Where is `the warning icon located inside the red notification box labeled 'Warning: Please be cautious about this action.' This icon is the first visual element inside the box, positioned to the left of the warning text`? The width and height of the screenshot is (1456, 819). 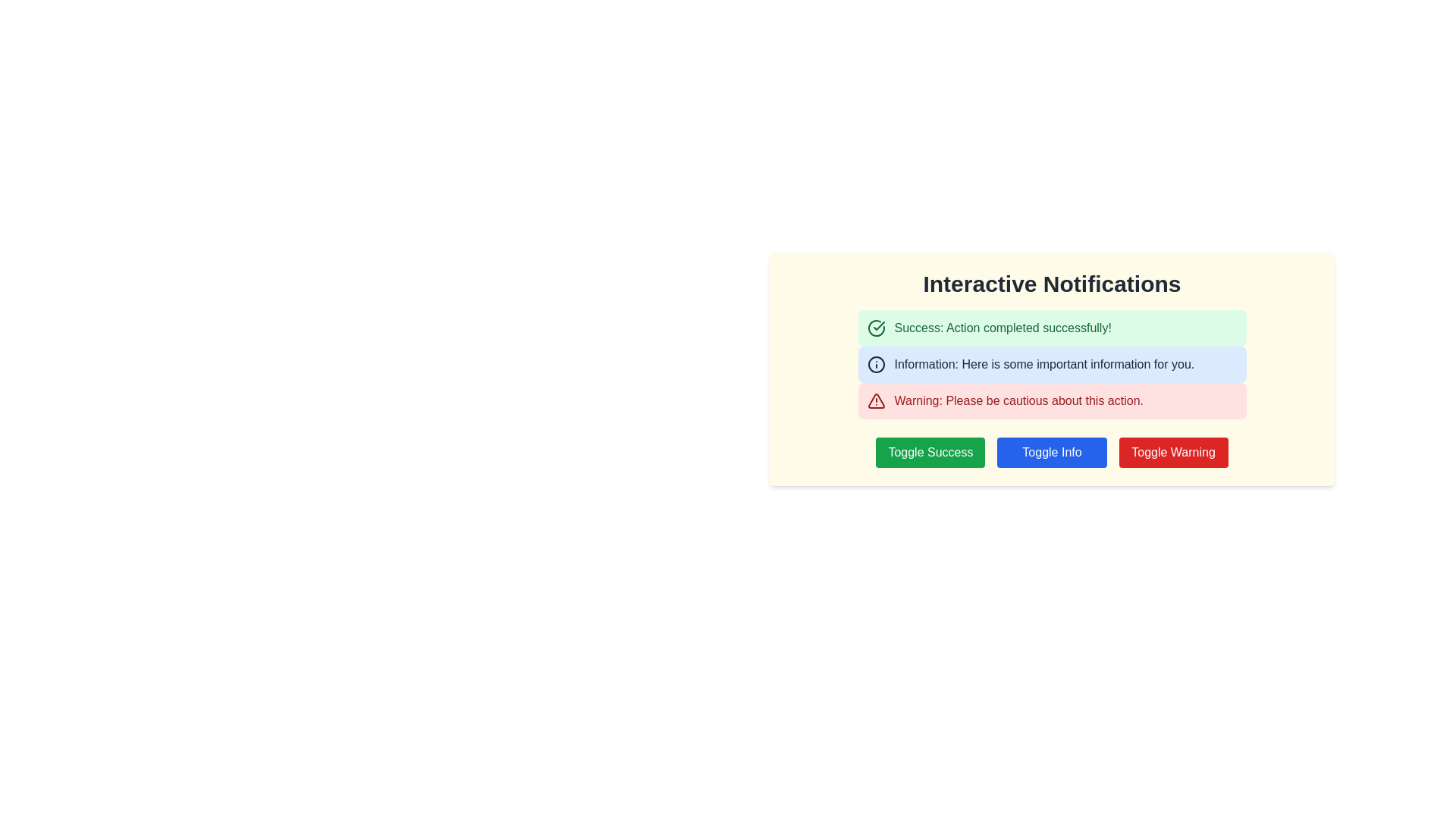
the warning icon located inside the red notification box labeled 'Warning: Please be cautious about this action.' This icon is the first visual element inside the box, positioned to the left of the warning text is located at coordinates (876, 400).